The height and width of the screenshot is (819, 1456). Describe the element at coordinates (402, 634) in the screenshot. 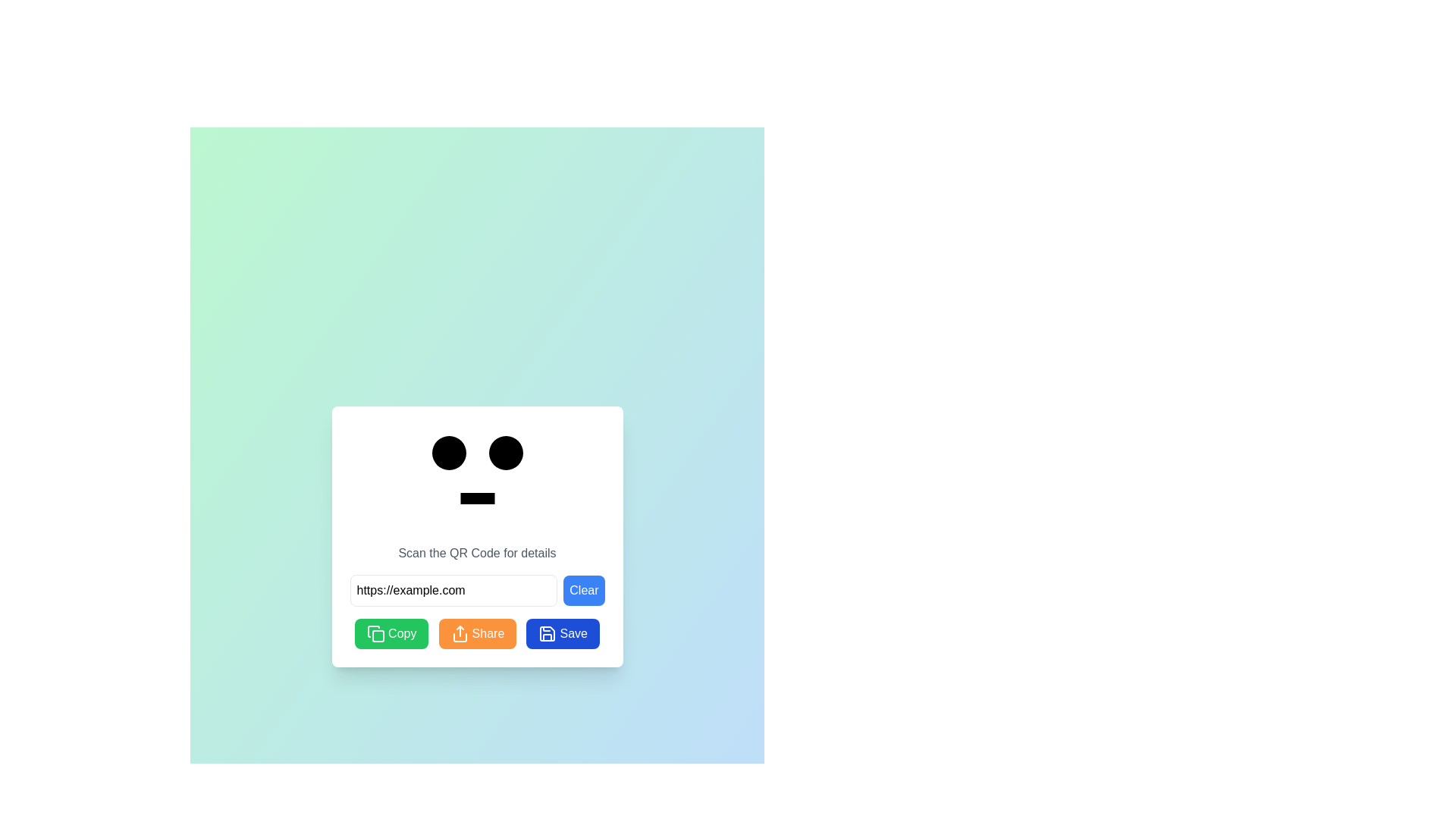

I see `the 'Copy' button located at the bottom of the card-like component` at that location.